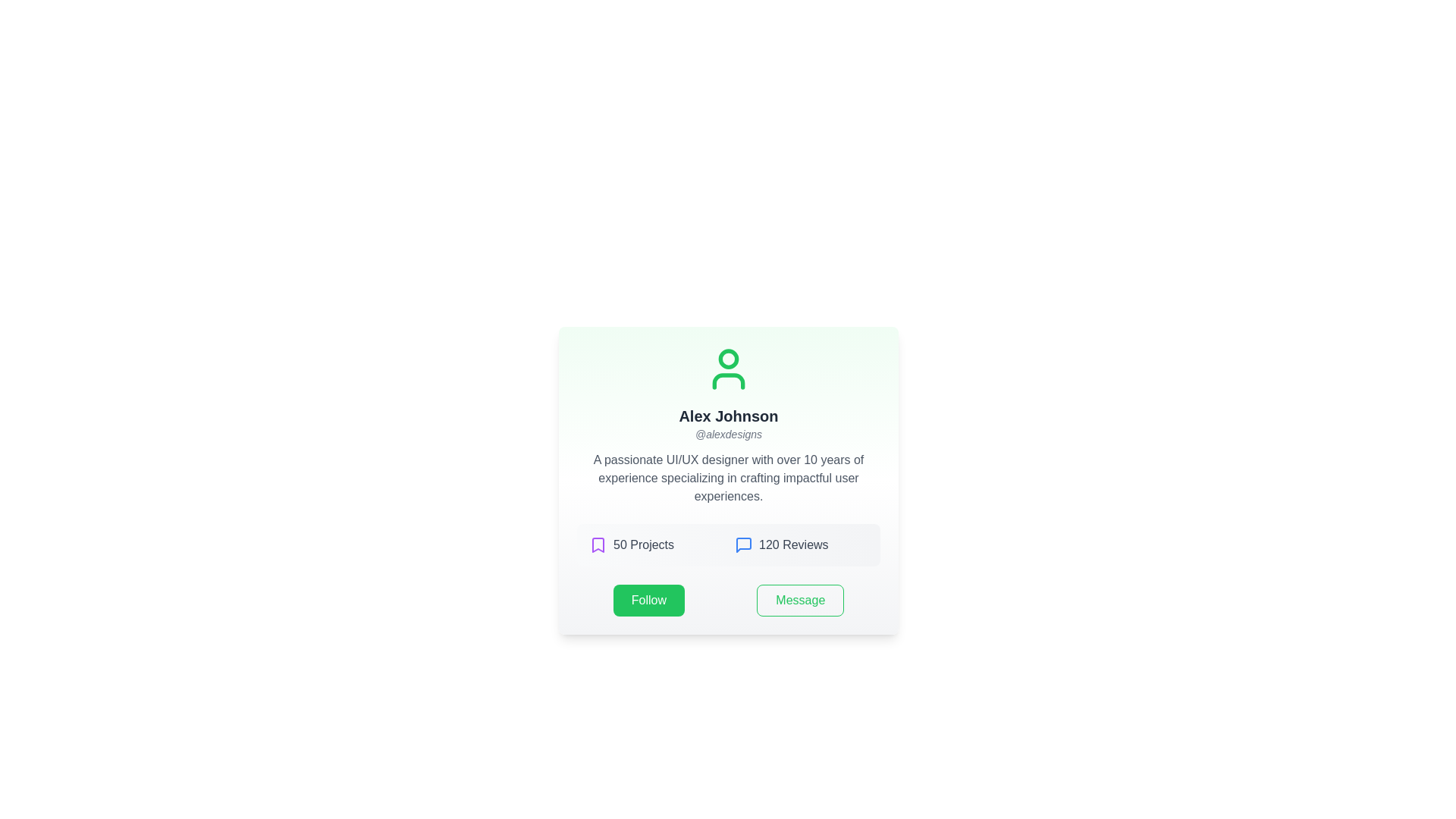 The width and height of the screenshot is (1456, 819). Describe the element at coordinates (728, 435) in the screenshot. I see `the text label displaying '@alexdesigns', which is gray, italicized, and located below 'Alex Johnson' in the upper-middle part of the interface` at that location.